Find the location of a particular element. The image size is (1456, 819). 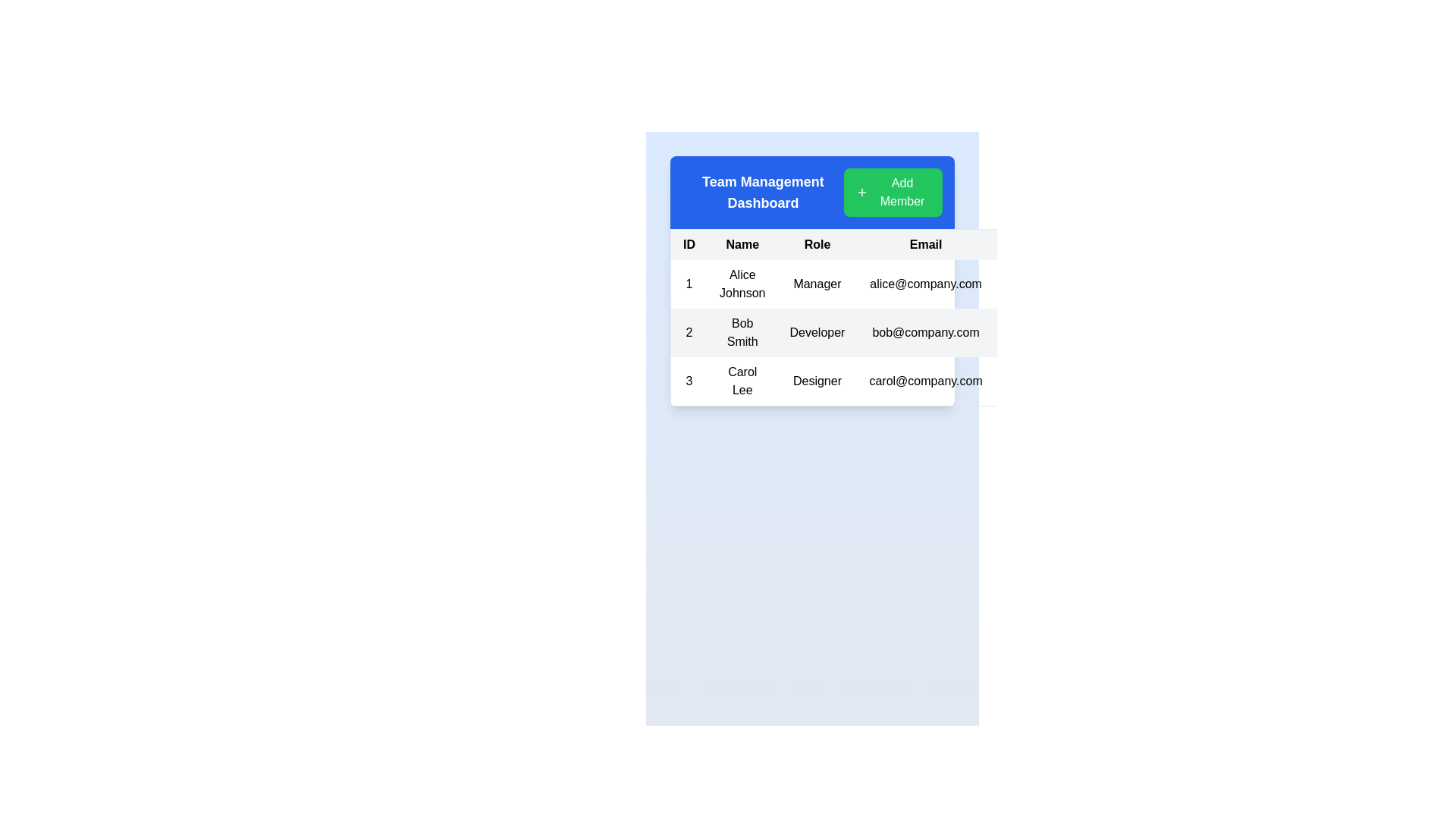

the static text label 'Name' which is styled with white text on a light gray background and serves as a column title in the header row of a table is located at coordinates (742, 243).